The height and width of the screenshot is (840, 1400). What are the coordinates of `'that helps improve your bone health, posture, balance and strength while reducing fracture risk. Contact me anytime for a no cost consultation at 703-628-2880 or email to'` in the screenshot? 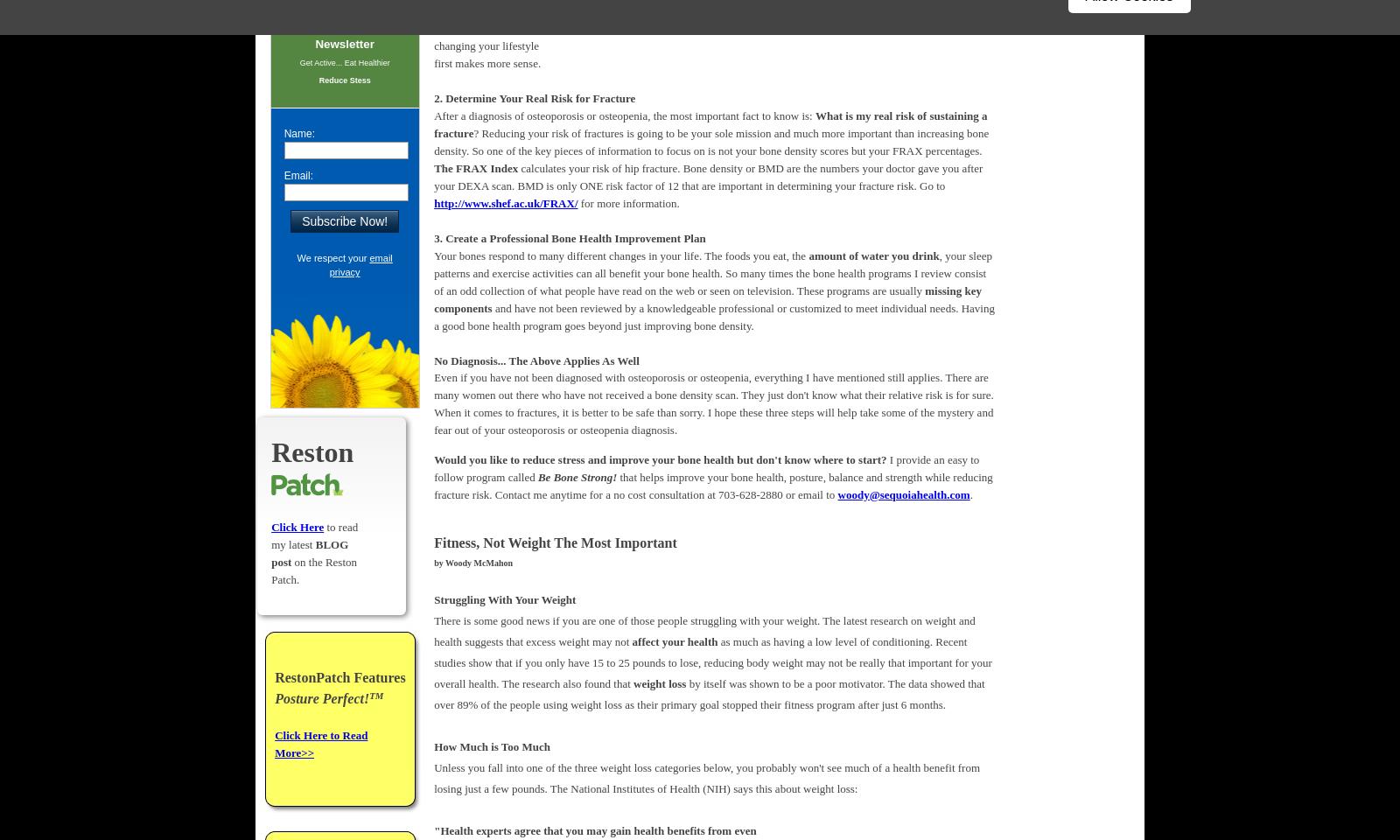 It's located at (712, 485).